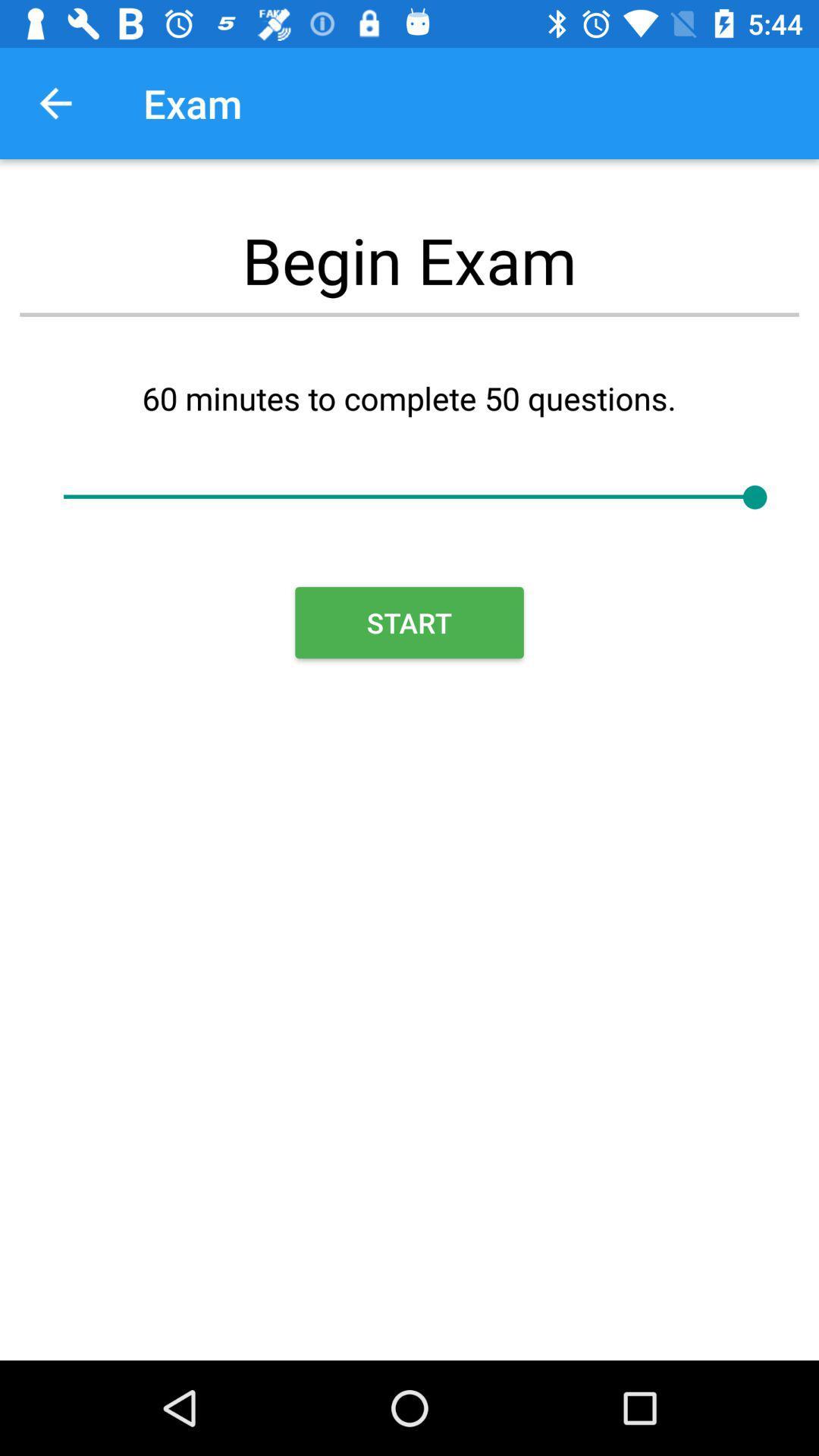 The image size is (819, 1456). I want to click on the start icon, so click(409, 623).